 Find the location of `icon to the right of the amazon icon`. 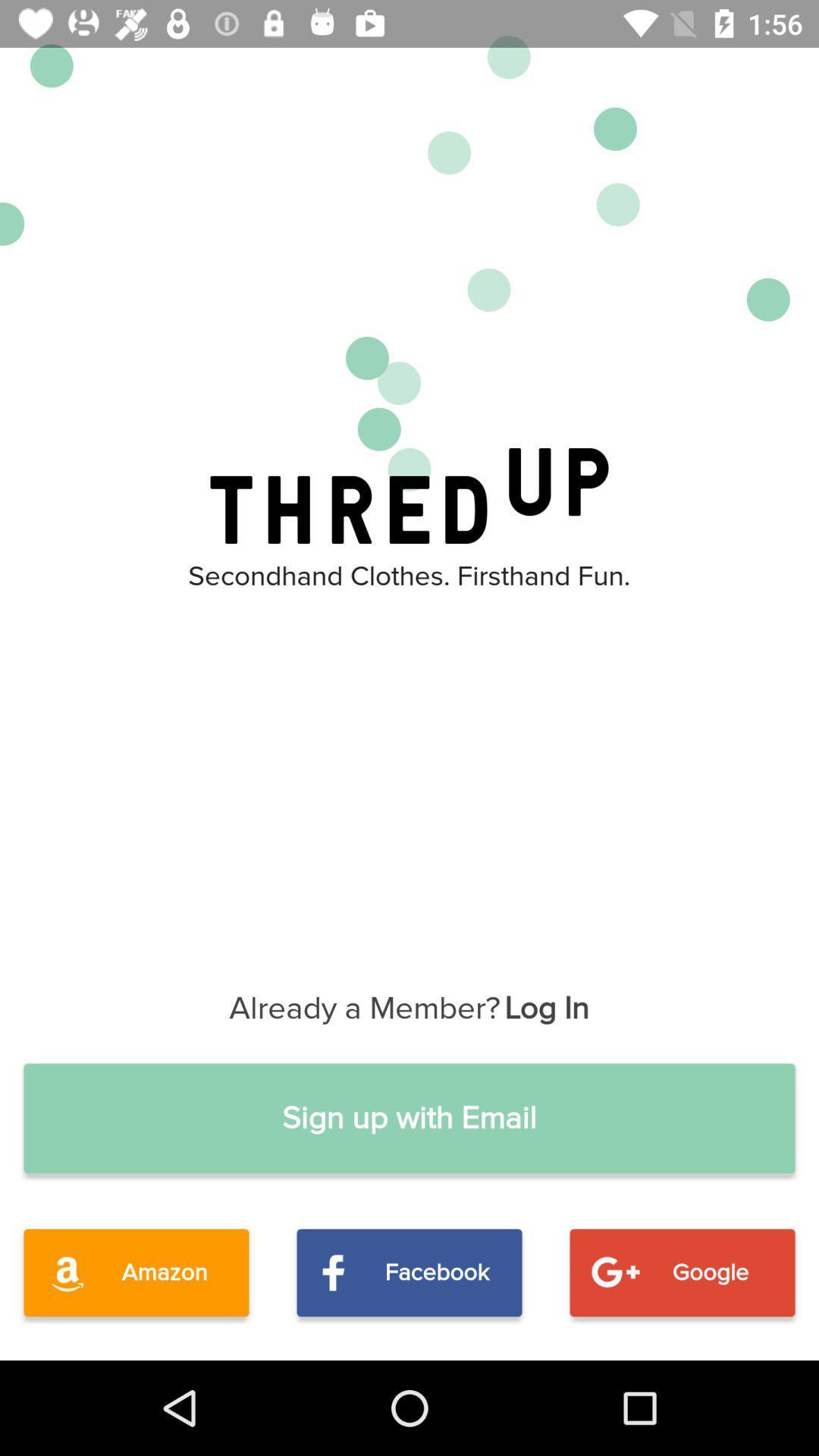

icon to the right of the amazon icon is located at coordinates (409, 1272).